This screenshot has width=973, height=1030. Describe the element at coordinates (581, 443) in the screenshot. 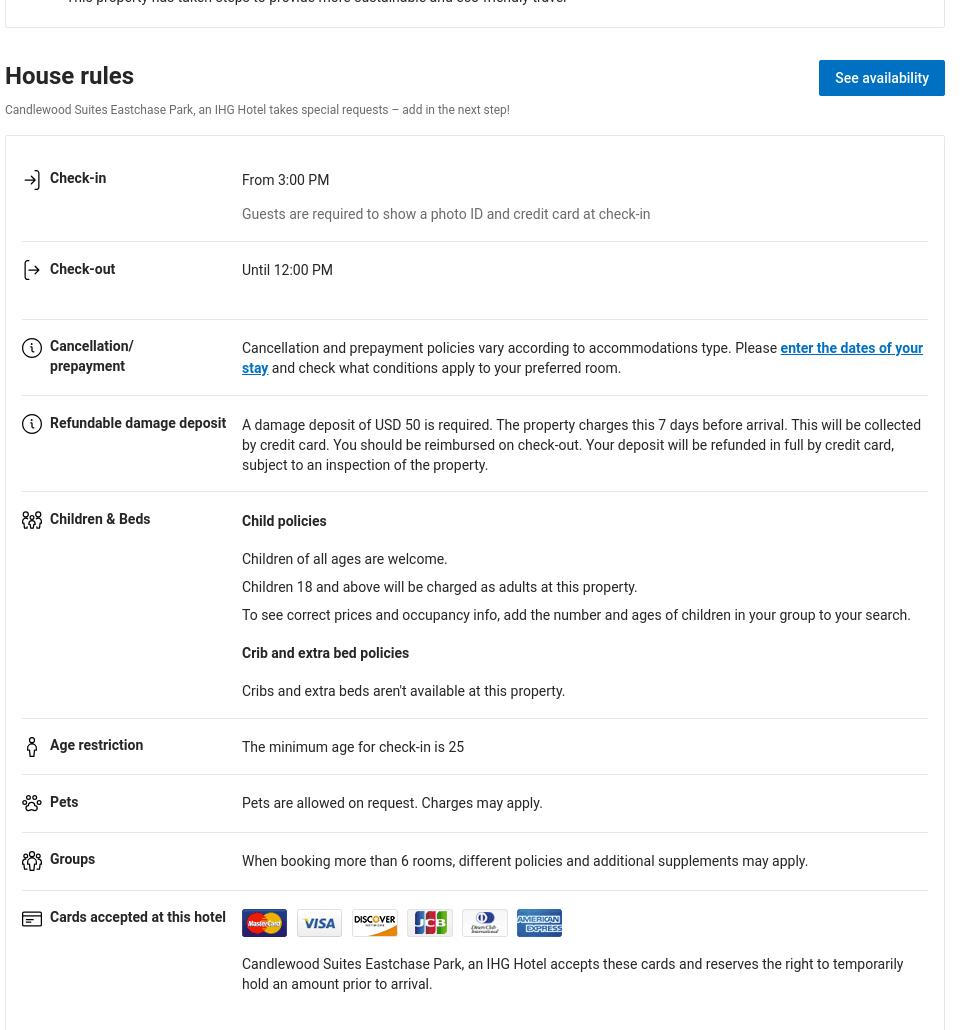

I see `'A damage deposit of USD 50 is required. The property charges this 7 days before arrival. This will be collected by credit card. You should be reimbursed on check-out. Your deposit will be refunded in full by credit card, subject to an inspection of the property.'` at that location.